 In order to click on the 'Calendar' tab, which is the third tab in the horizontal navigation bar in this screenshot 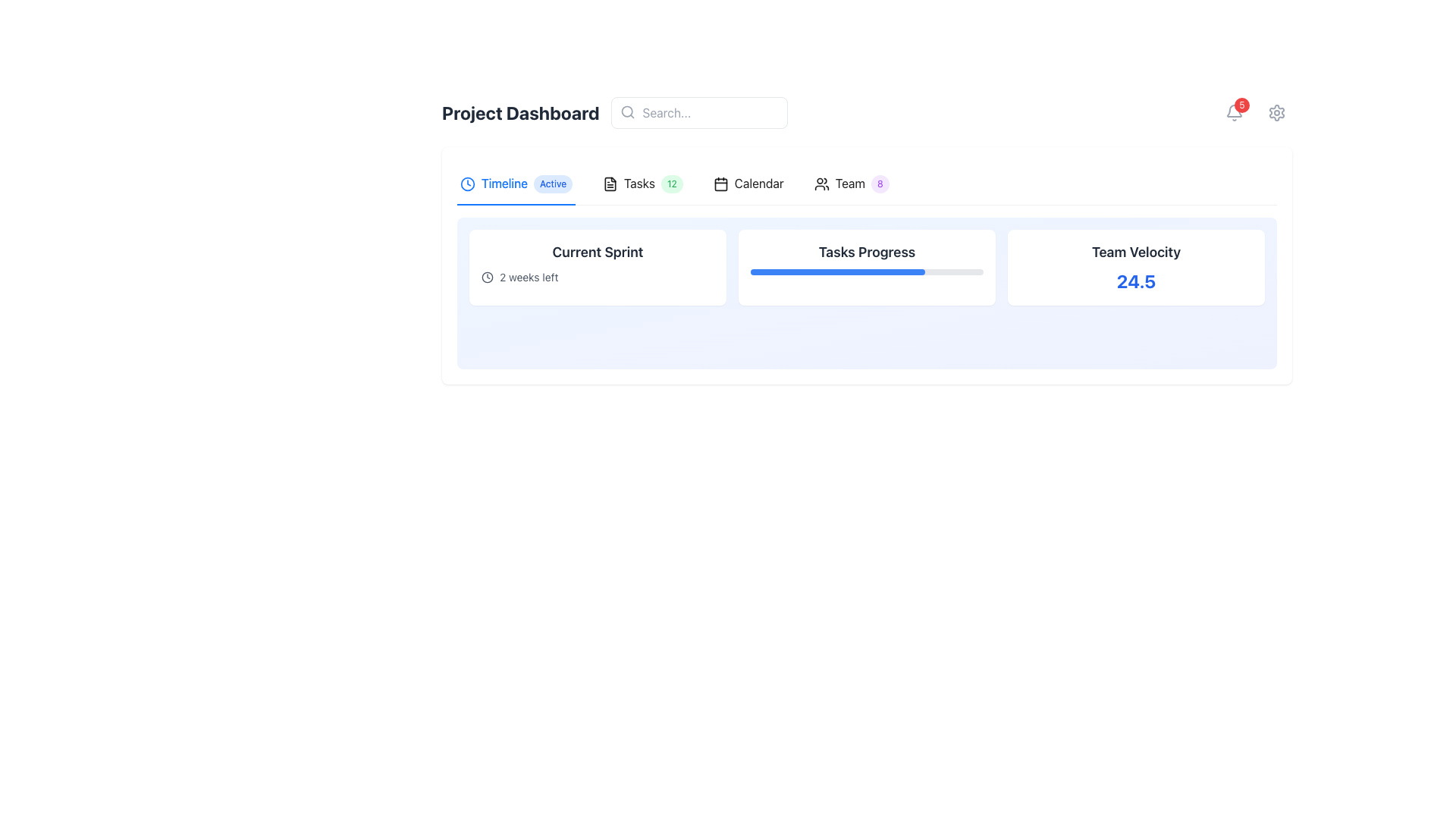, I will do `click(748, 183)`.